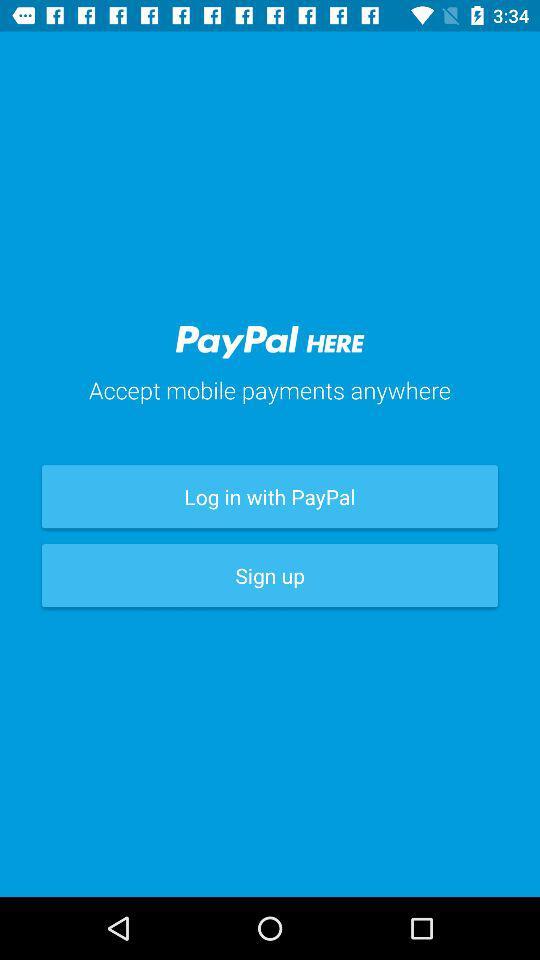 Image resolution: width=540 pixels, height=960 pixels. Describe the element at coordinates (270, 495) in the screenshot. I see `log in with` at that location.